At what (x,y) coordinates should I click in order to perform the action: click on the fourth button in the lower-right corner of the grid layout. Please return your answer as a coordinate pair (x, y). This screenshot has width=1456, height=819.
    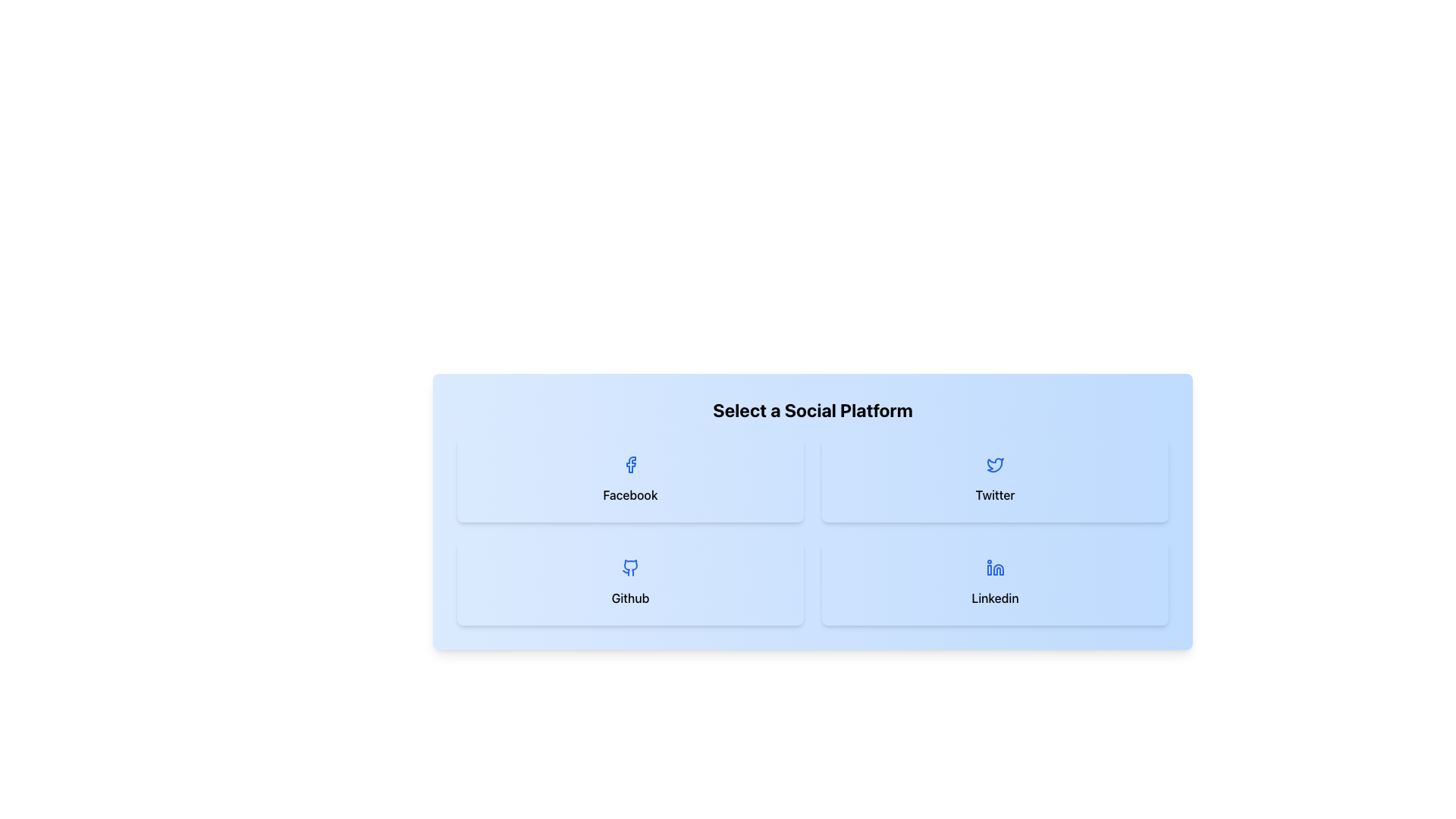
    Looking at the image, I should click on (995, 582).